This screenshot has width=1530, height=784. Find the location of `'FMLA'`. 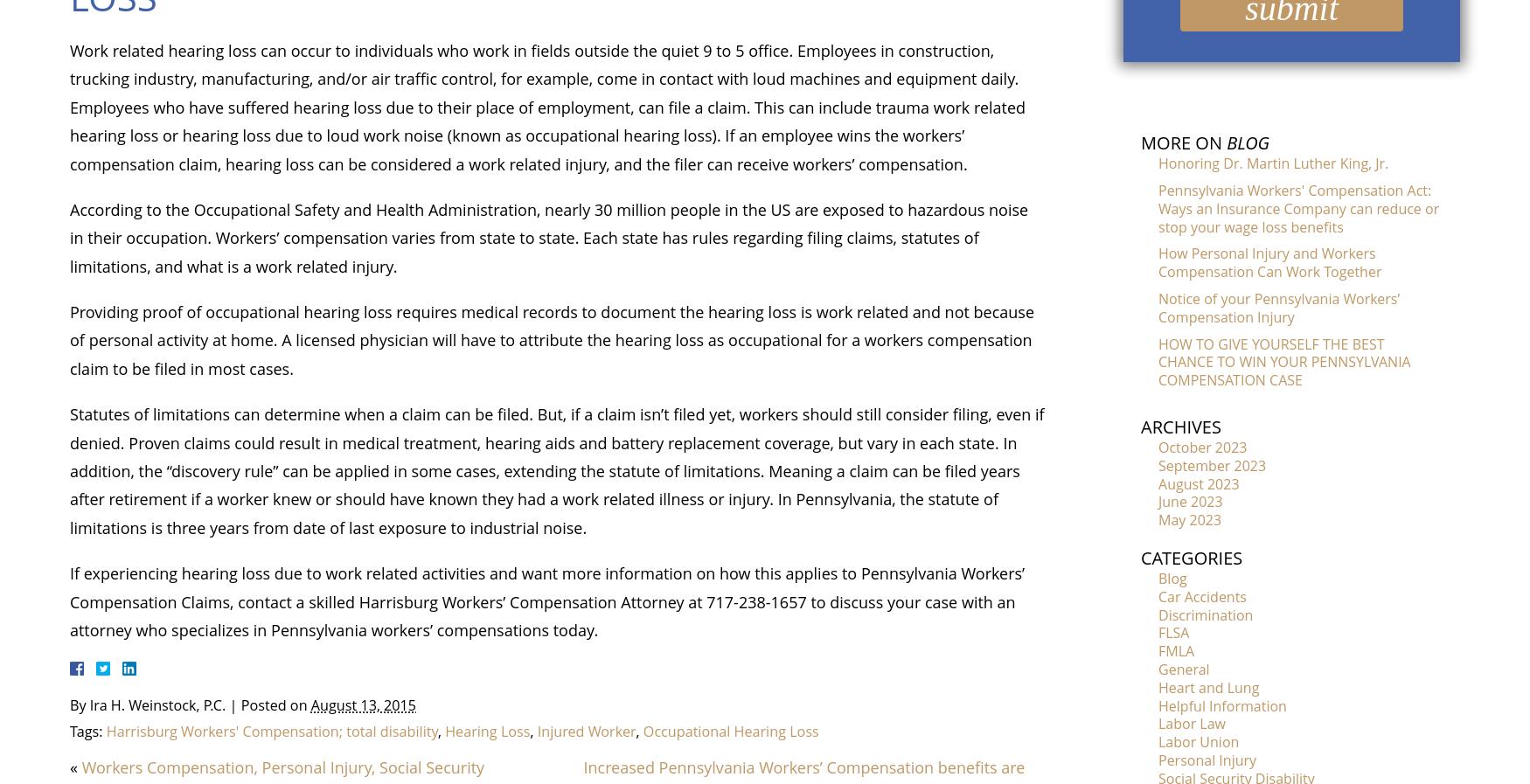

'FMLA' is located at coordinates (1176, 650).